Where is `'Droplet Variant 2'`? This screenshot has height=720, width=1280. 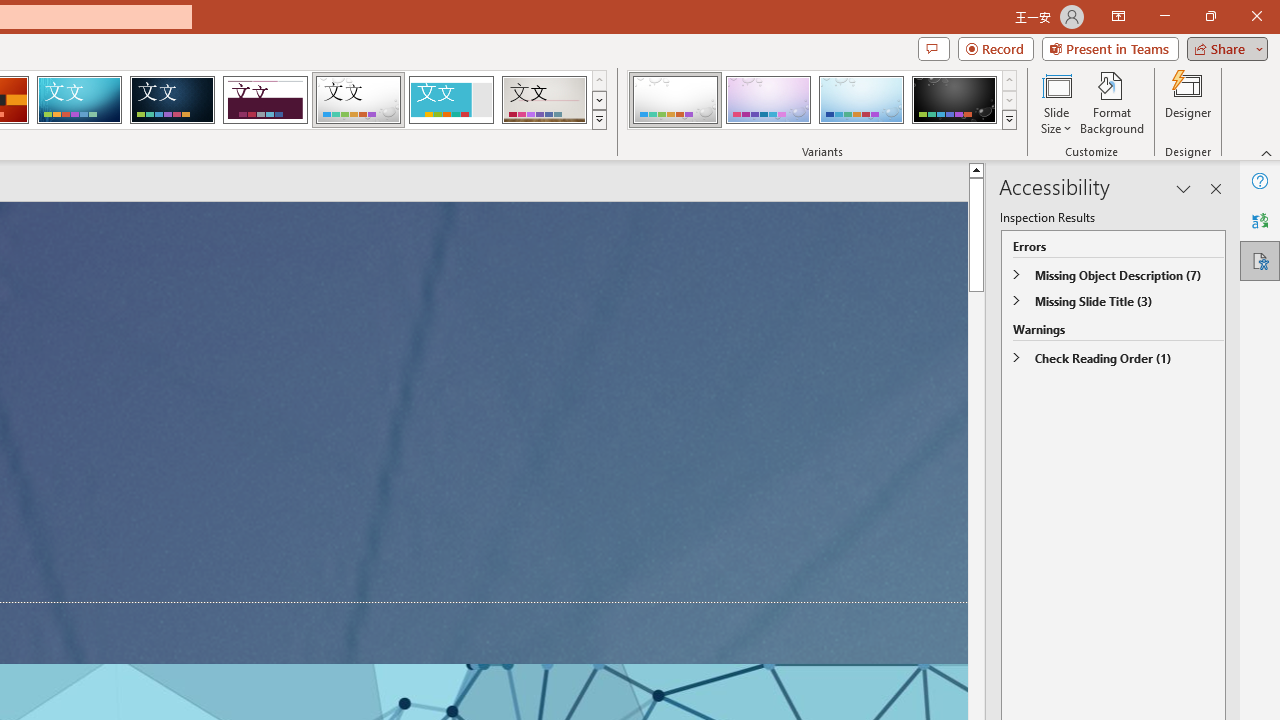
'Droplet Variant 2' is located at coordinates (767, 100).